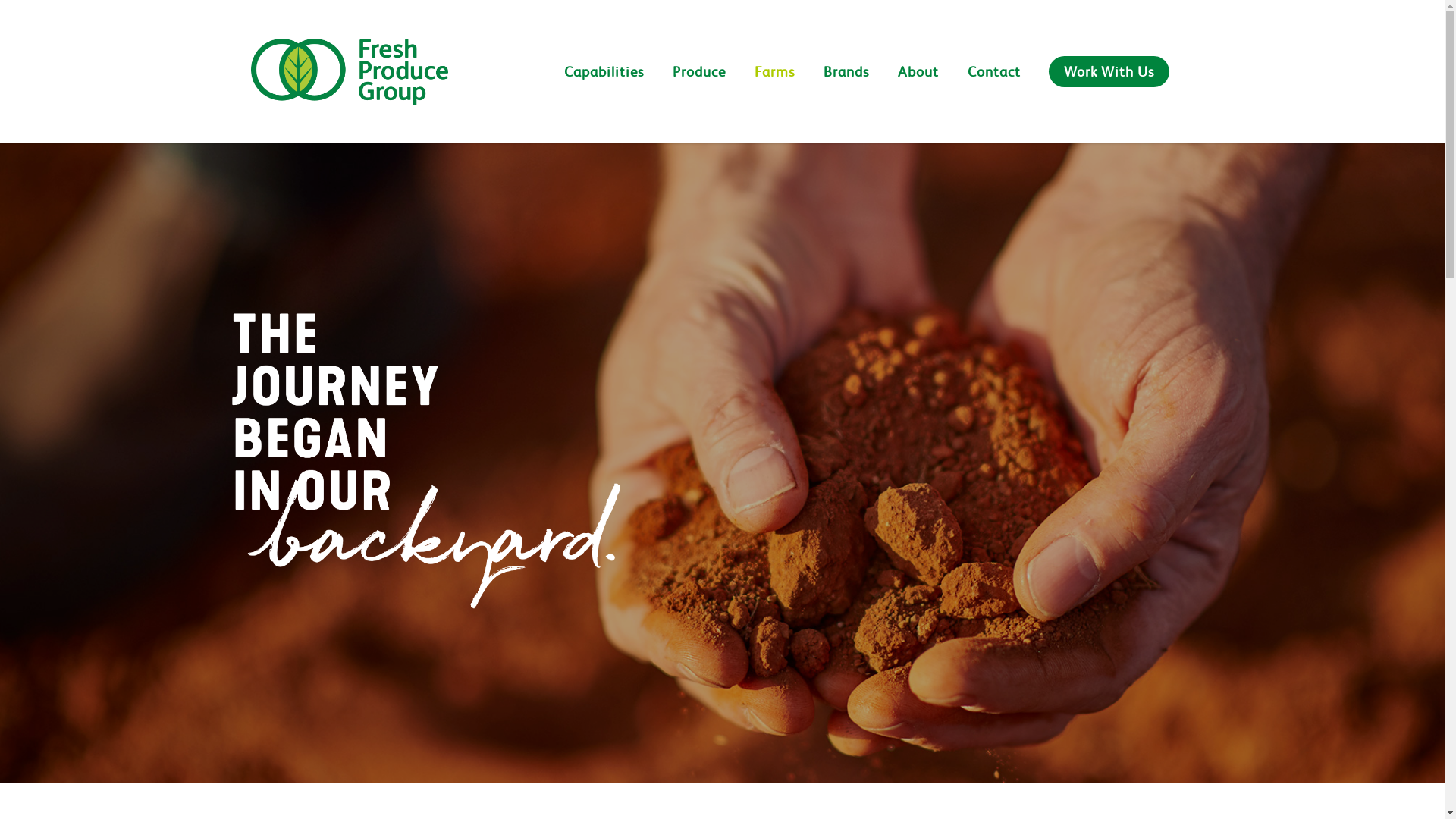  Describe the element at coordinates (952, 90) in the screenshot. I see `'Contact'` at that location.